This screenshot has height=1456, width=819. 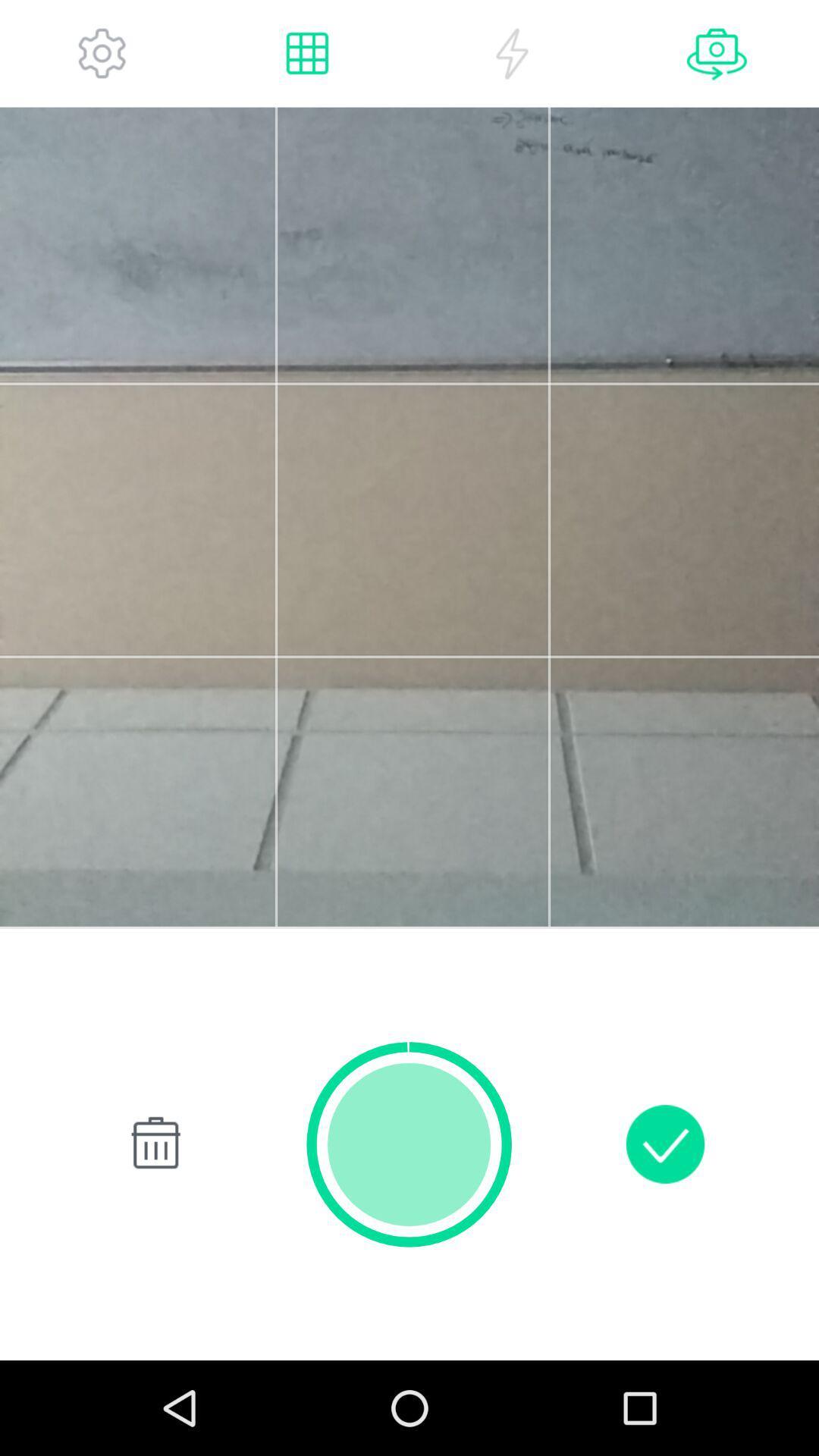 What do you see at coordinates (152, 1144) in the screenshot?
I see `delete screenshot` at bounding box center [152, 1144].